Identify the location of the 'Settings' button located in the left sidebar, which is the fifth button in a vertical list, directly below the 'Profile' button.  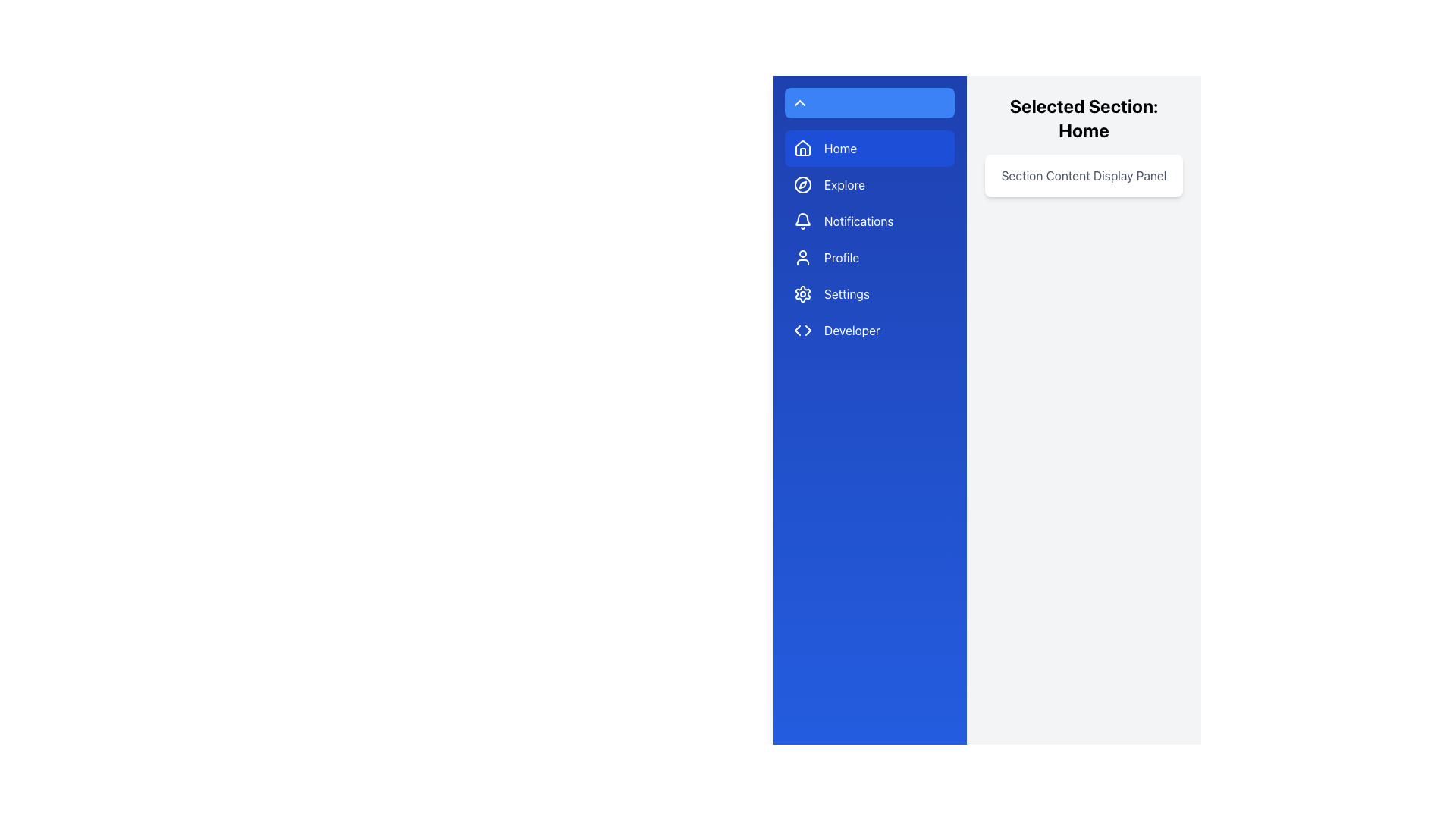
(870, 294).